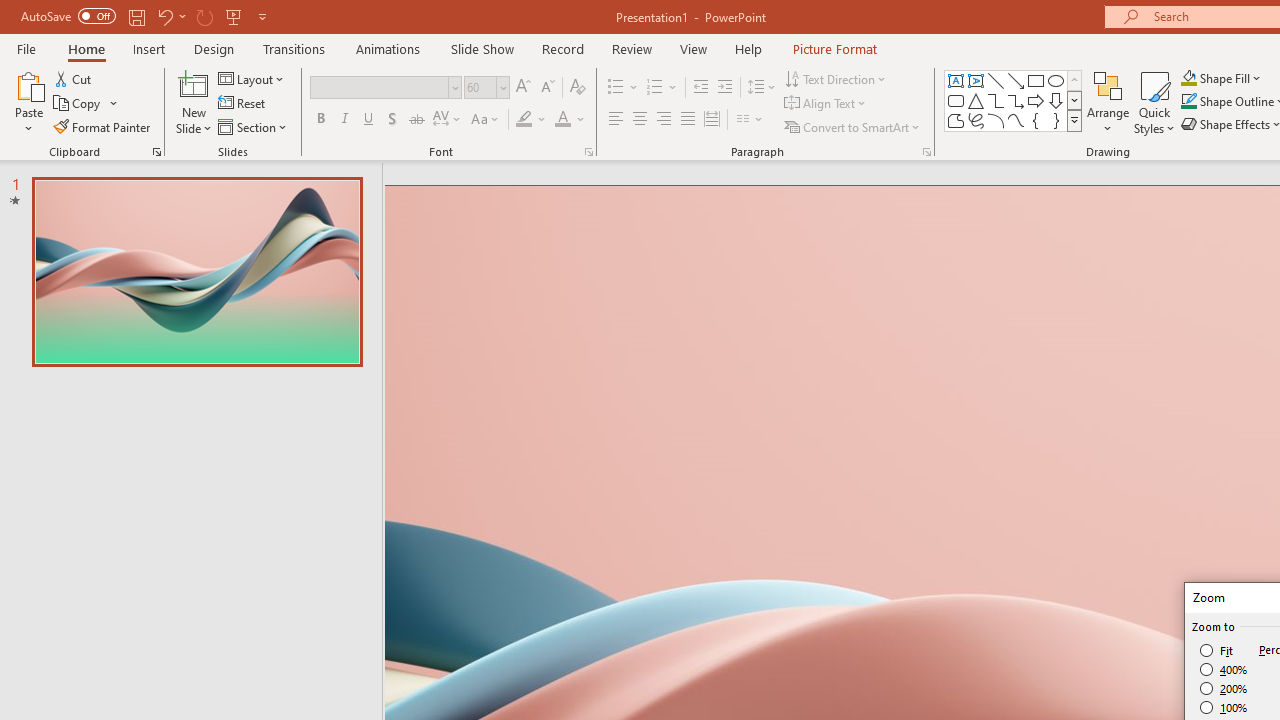 Image resolution: width=1280 pixels, height=720 pixels. What do you see at coordinates (1073, 100) in the screenshot?
I see `'Row Down'` at bounding box center [1073, 100].